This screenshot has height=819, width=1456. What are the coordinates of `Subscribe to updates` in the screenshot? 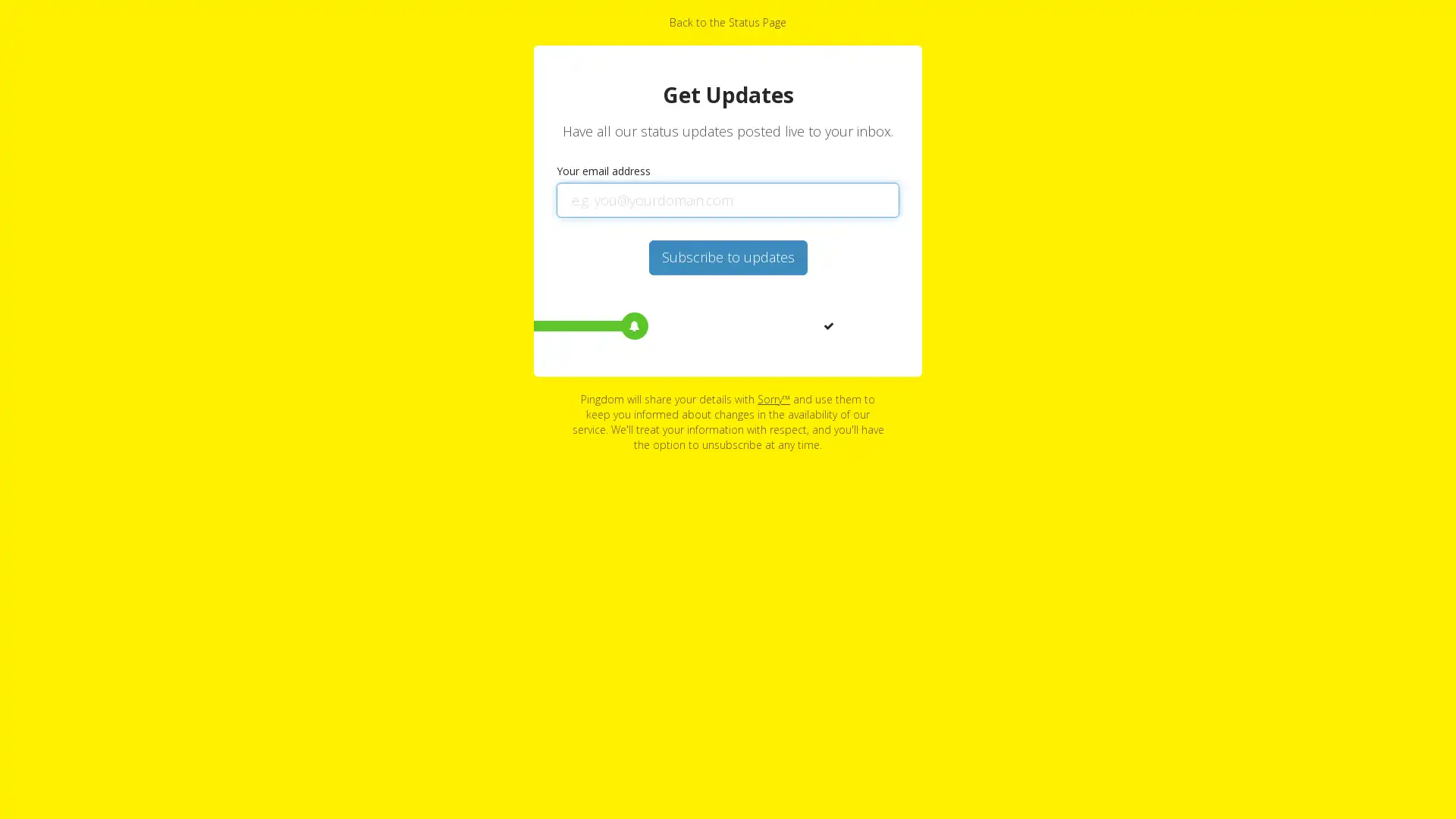 It's located at (726, 256).